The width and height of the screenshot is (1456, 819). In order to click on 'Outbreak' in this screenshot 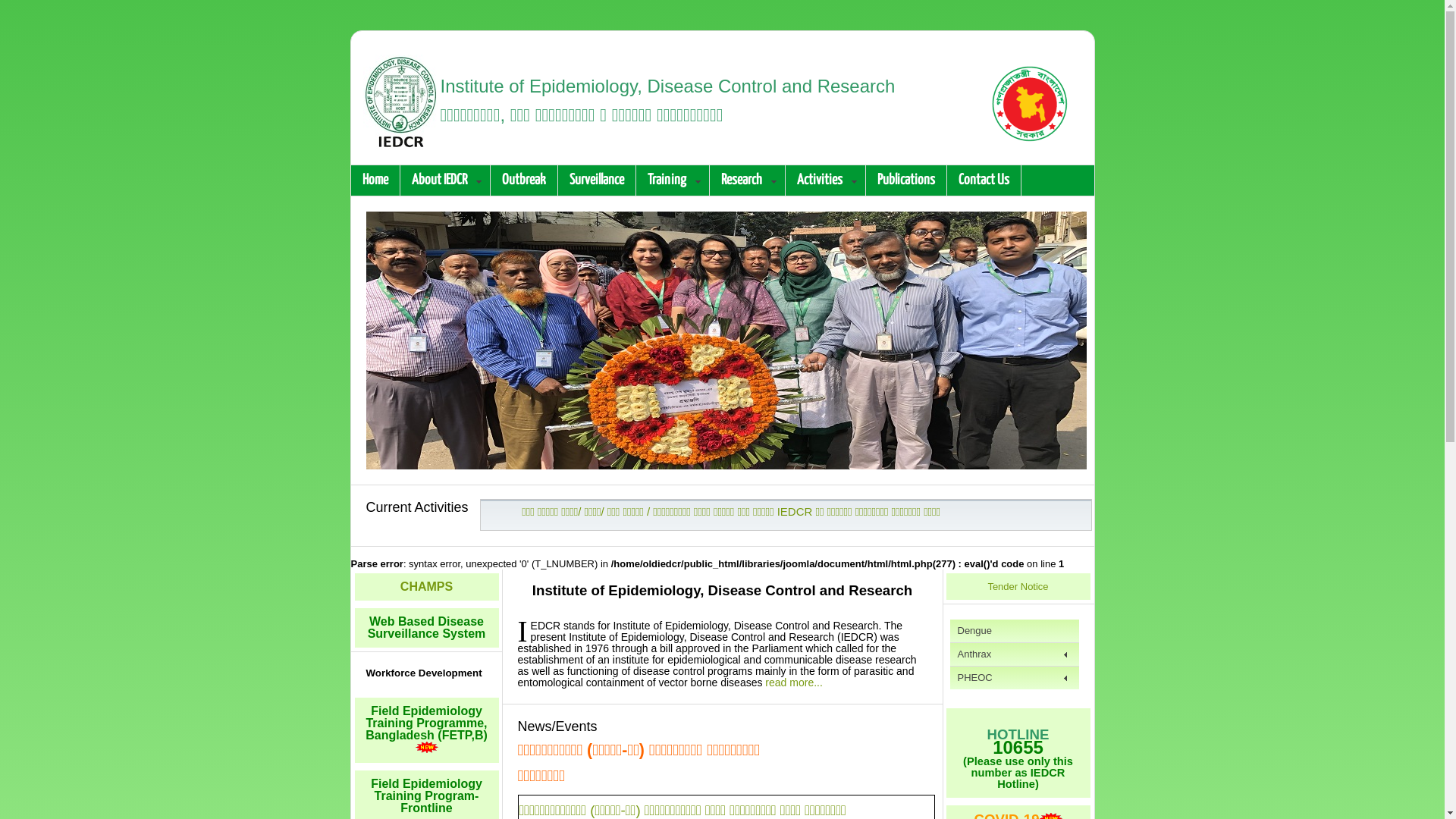, I will do `click(523, 180)`.